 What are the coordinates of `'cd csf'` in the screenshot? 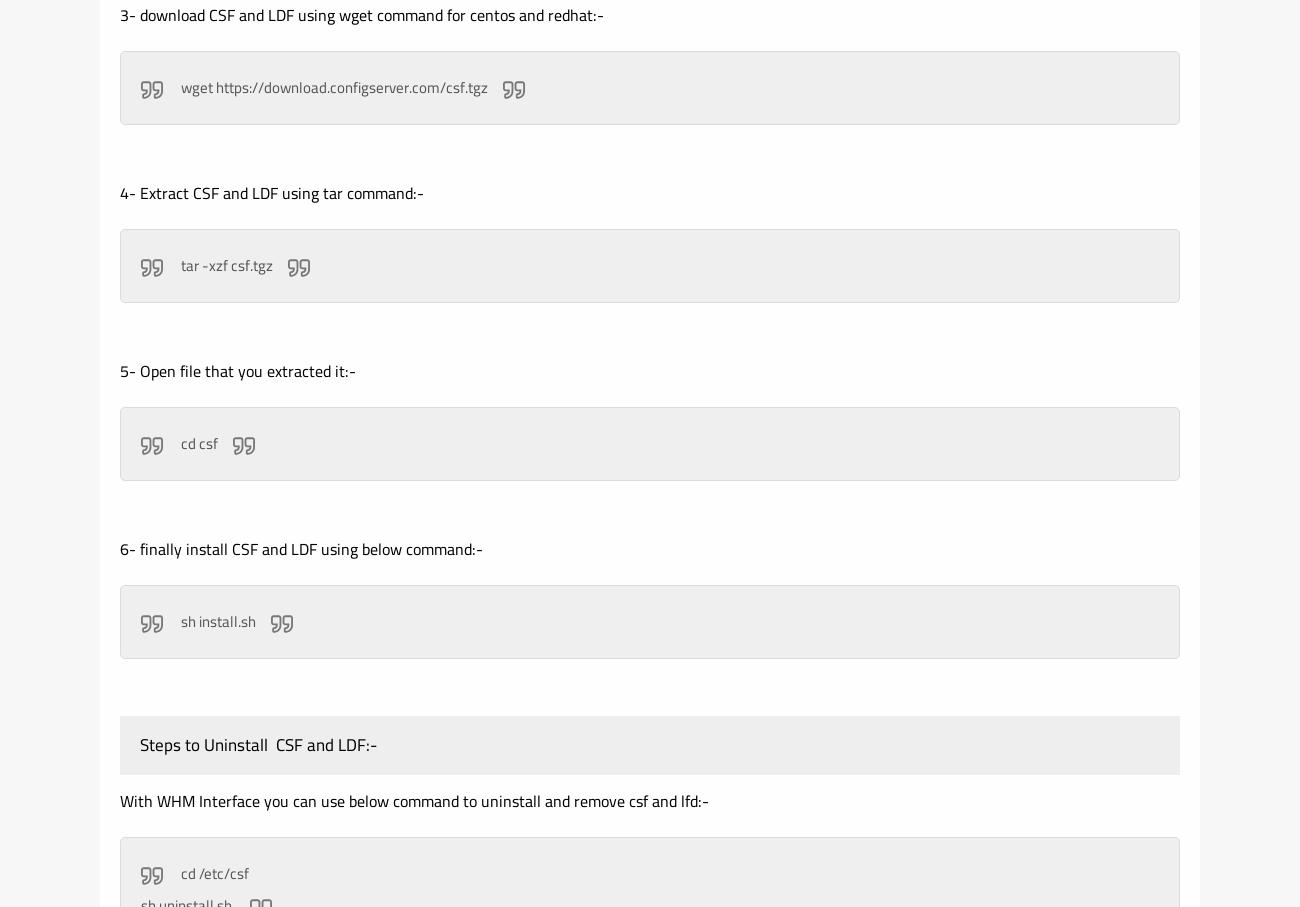 It's located at (197, 442).